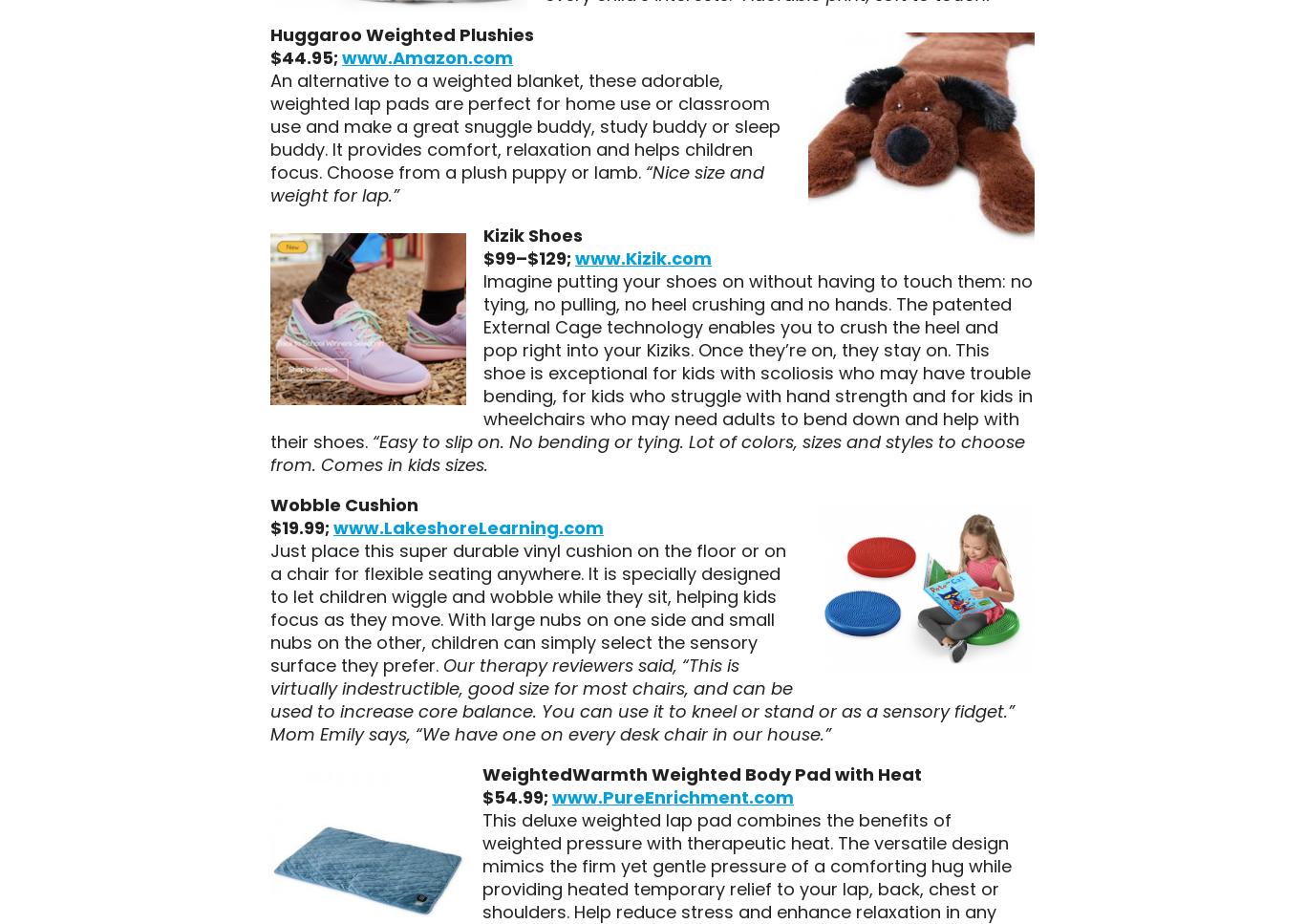  I want to click on 'Imagine putting your shoes on without having to touch them: no tying, no pulling, no heel crushing and no hands. The patented External Cage technology enables you to crush the heel and pop right into your Kiziks. Once they’re on, they stay on. This shoe is exceptional for kids with scoliosis who may have trouble bending, for kids who struggle with hand strength and for kids in wheelchairs who may need adults to bend down and help with their shoes.', so click(649, 360).